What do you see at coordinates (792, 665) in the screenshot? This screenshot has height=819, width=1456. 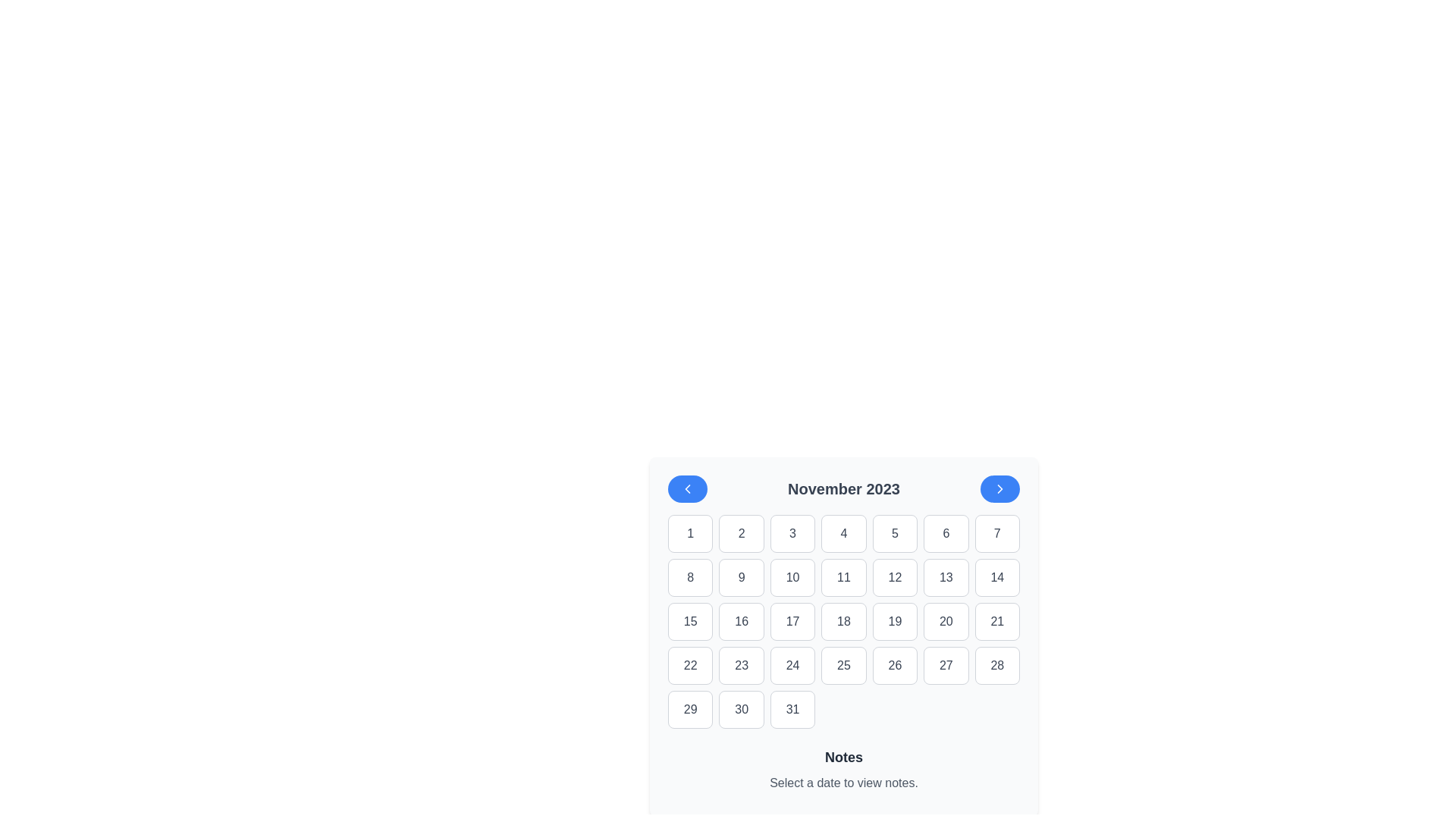 I see `the Interactive calendar day button with the text '24'` at bounding box center [792, 665].